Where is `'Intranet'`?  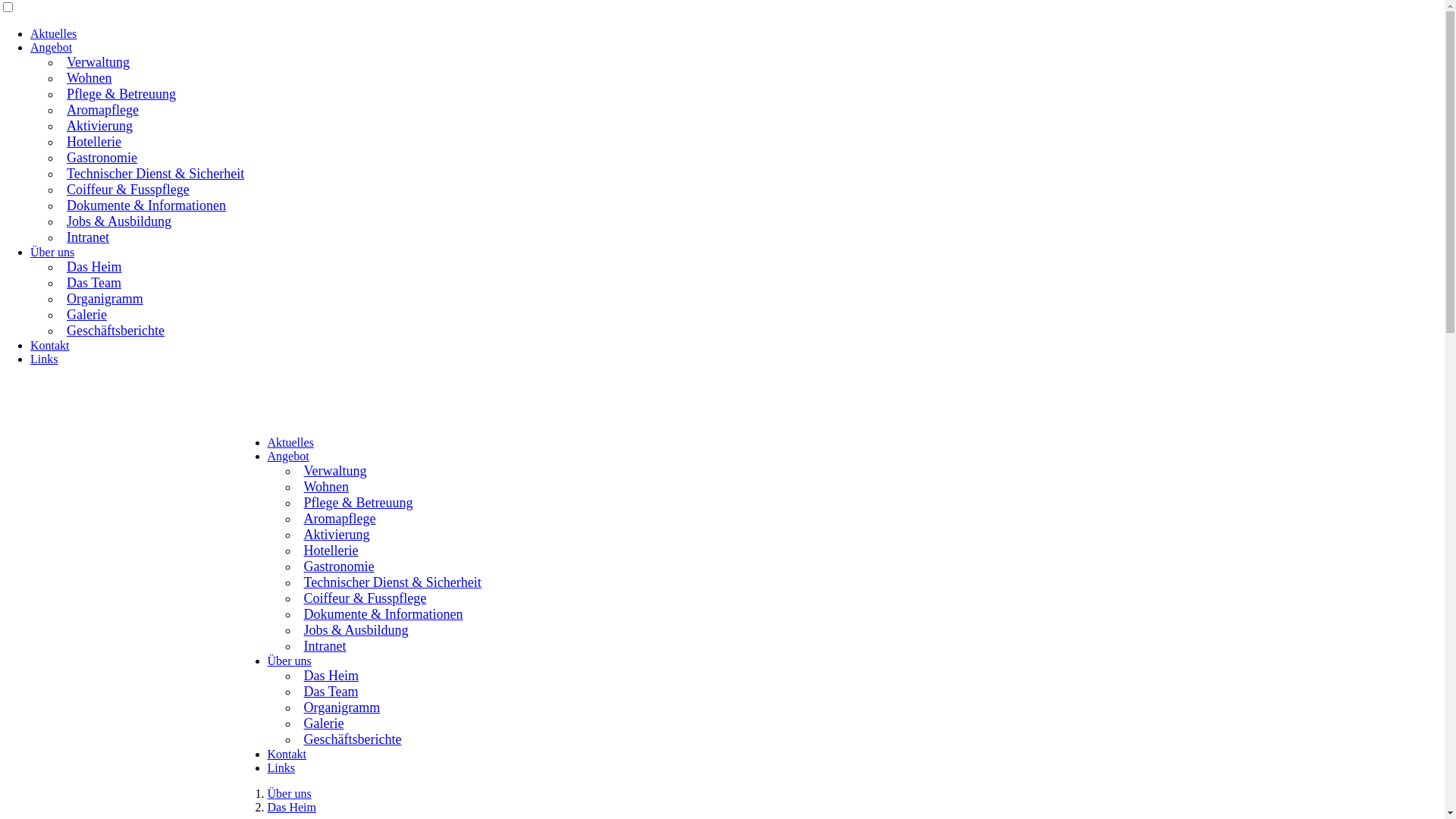
'Intranet' is located at coordinates (86, 236).